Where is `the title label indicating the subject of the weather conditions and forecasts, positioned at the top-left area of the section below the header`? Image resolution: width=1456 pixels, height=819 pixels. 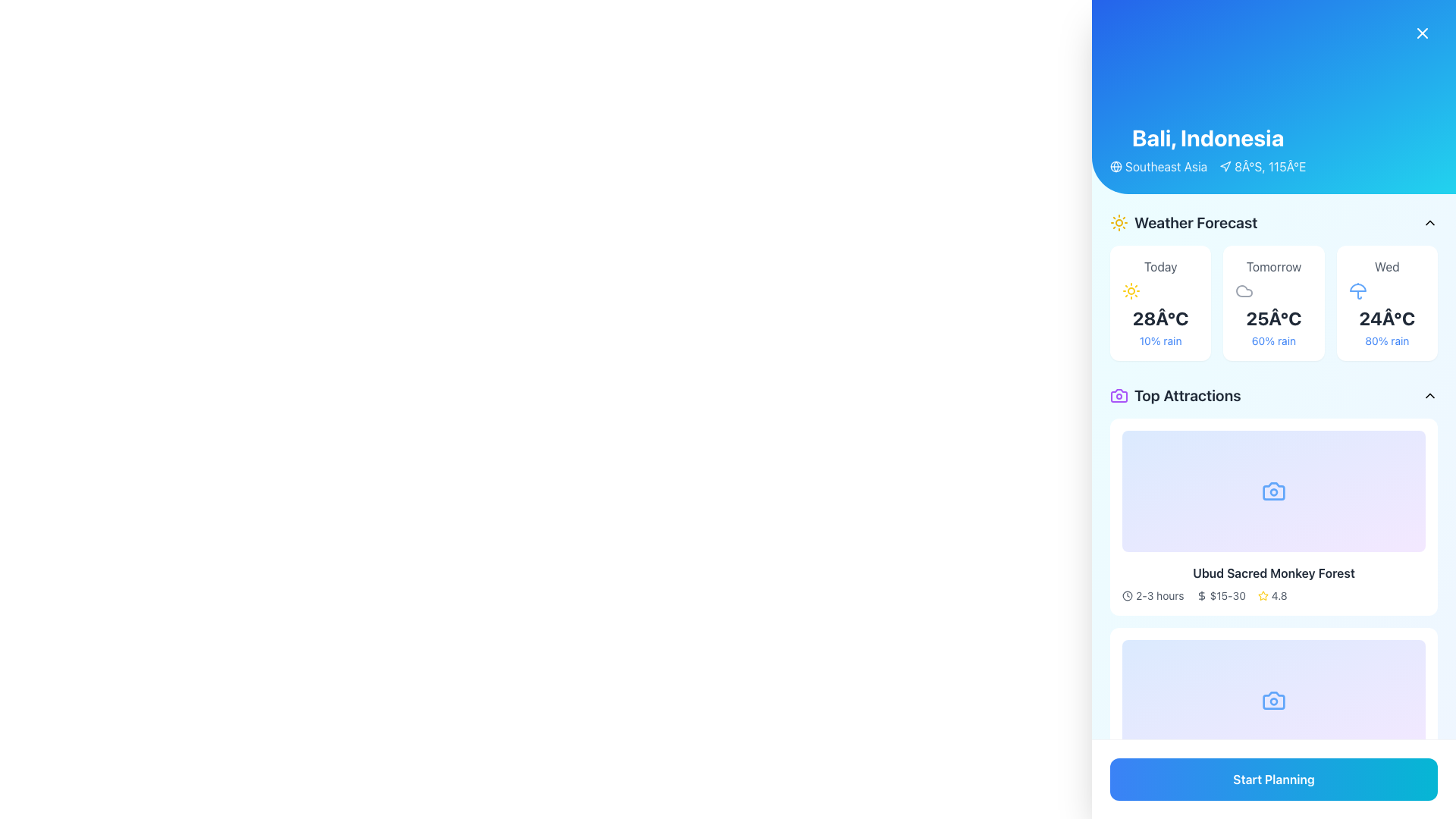
the title label indicating the subject of the weather conditions and forecasts, positioned at the top-left area of the section below the header is located at coordinates (1183, 222).